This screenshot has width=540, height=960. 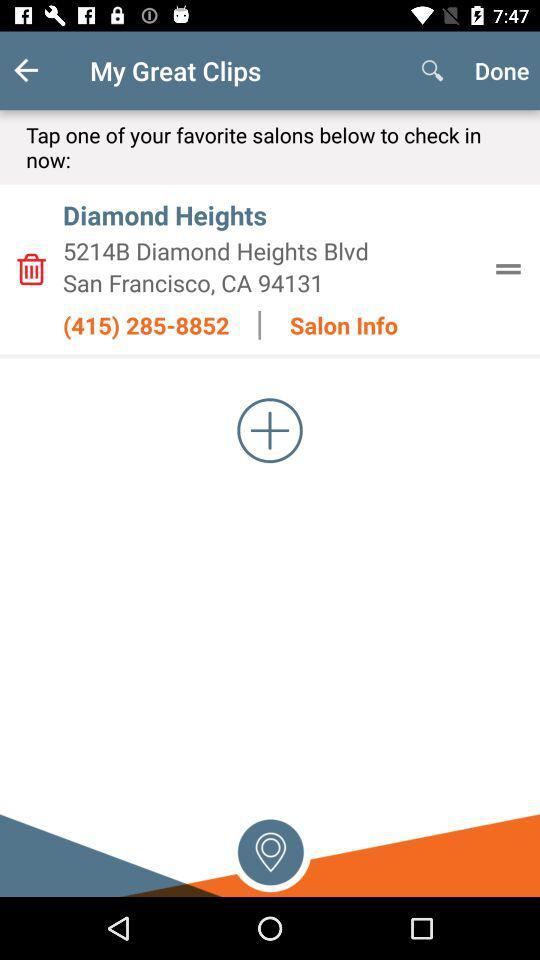 What do you see at coordinates (42, 70) in the screenshot?
I see `the item above the tap one of icon` at bounding box center [42, 70].